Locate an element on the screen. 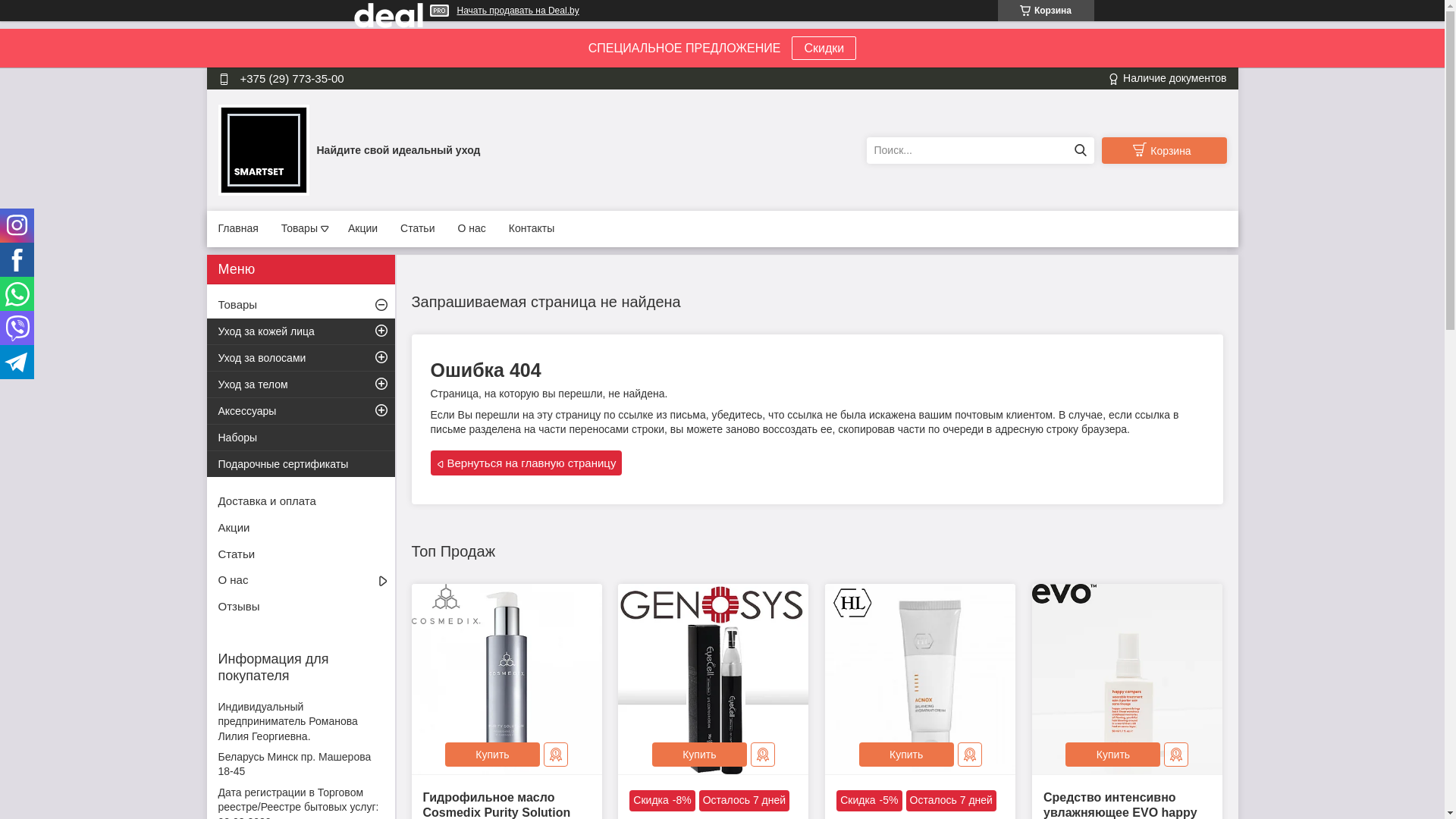 The height and width of the screenshot is (819, 1456). 'Smartset' is located at coordinates (218, 149).